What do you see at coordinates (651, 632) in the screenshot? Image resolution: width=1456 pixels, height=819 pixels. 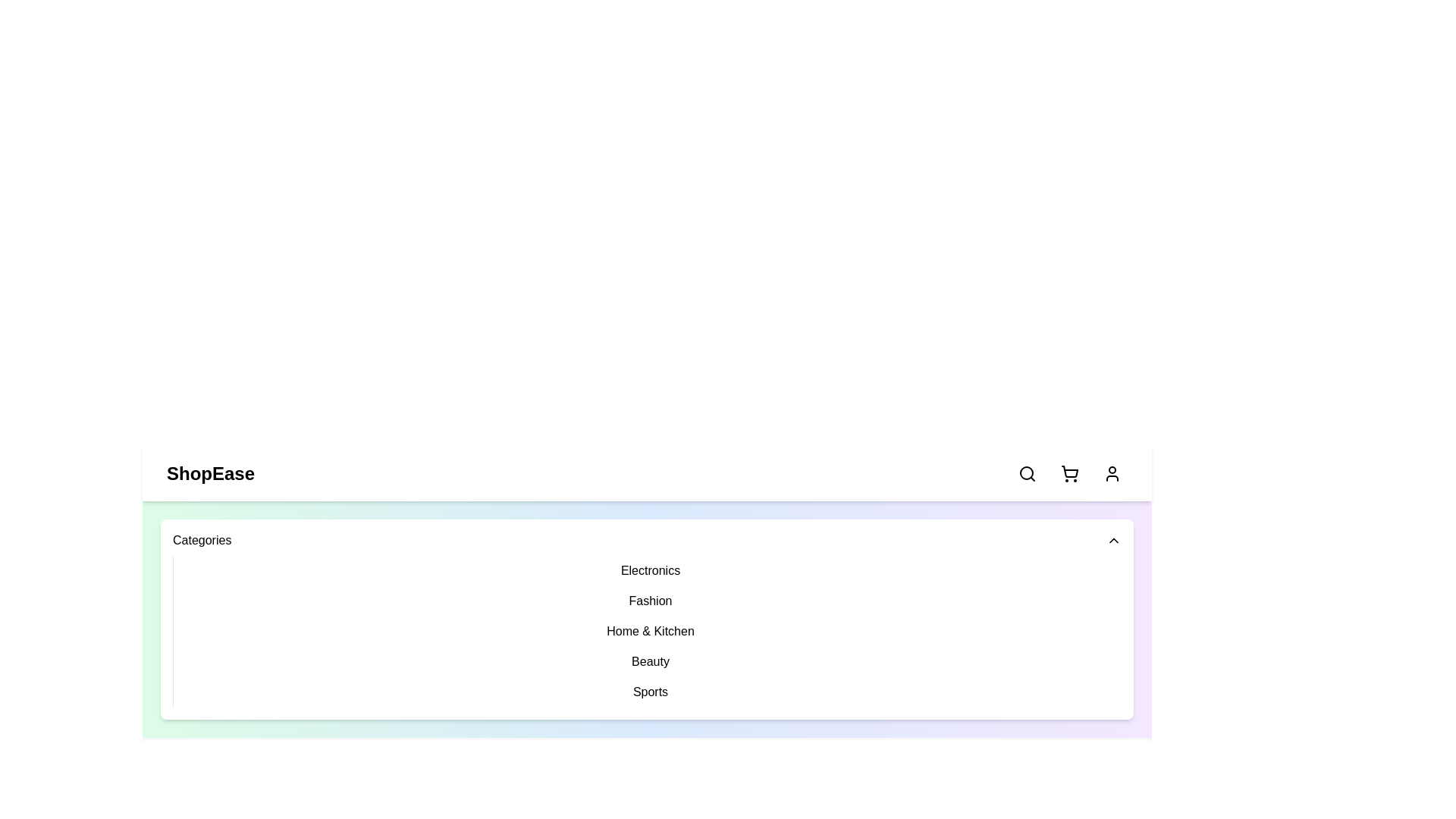 I see `the static text label displaying 'Home & Kitchen', which is the third entry in the list of categories, positioned below 'Fashion' and above 'Beauty'` at bounding box center [651, 632].